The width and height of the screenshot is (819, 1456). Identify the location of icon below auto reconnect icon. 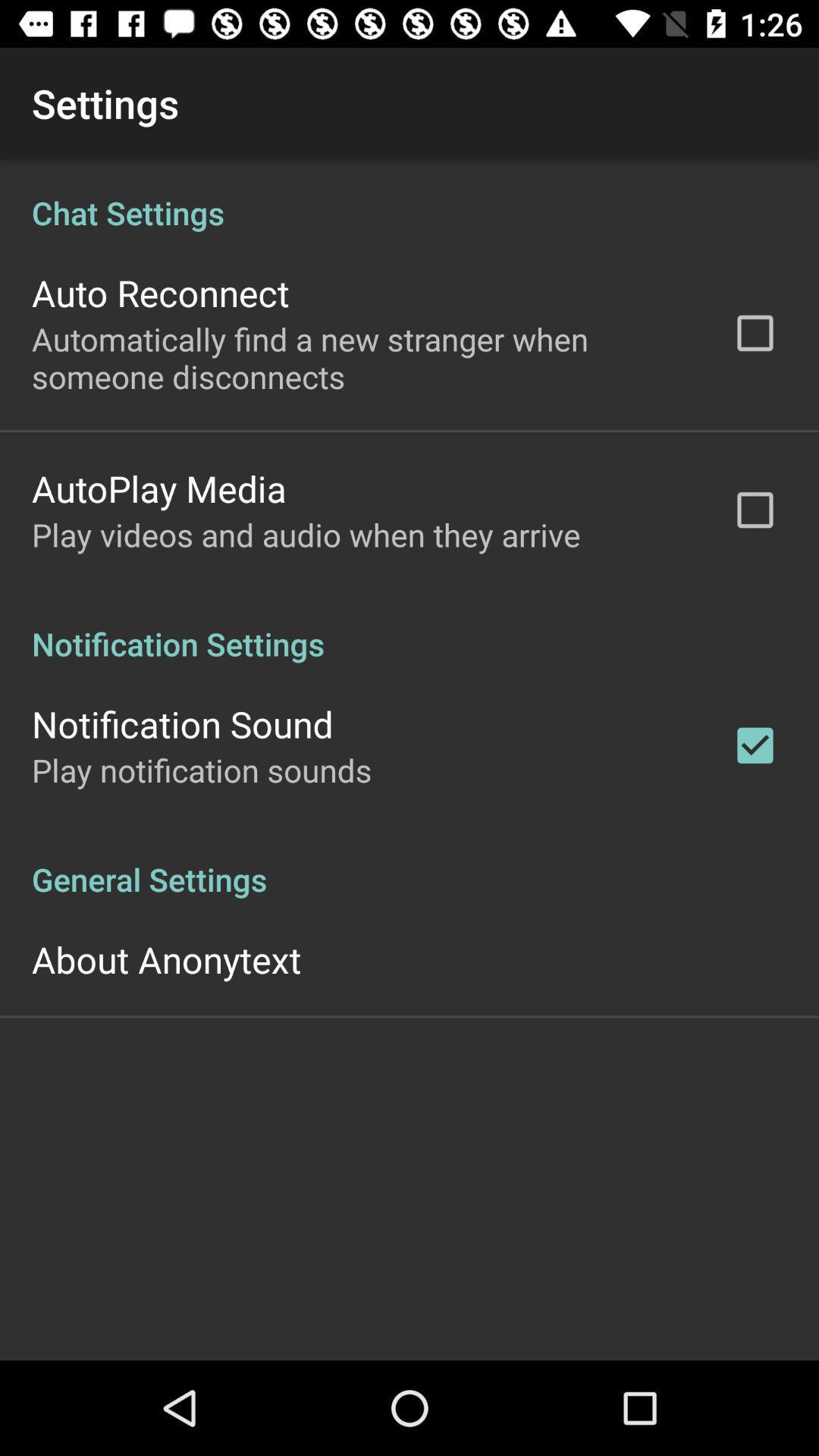
(362, 356).